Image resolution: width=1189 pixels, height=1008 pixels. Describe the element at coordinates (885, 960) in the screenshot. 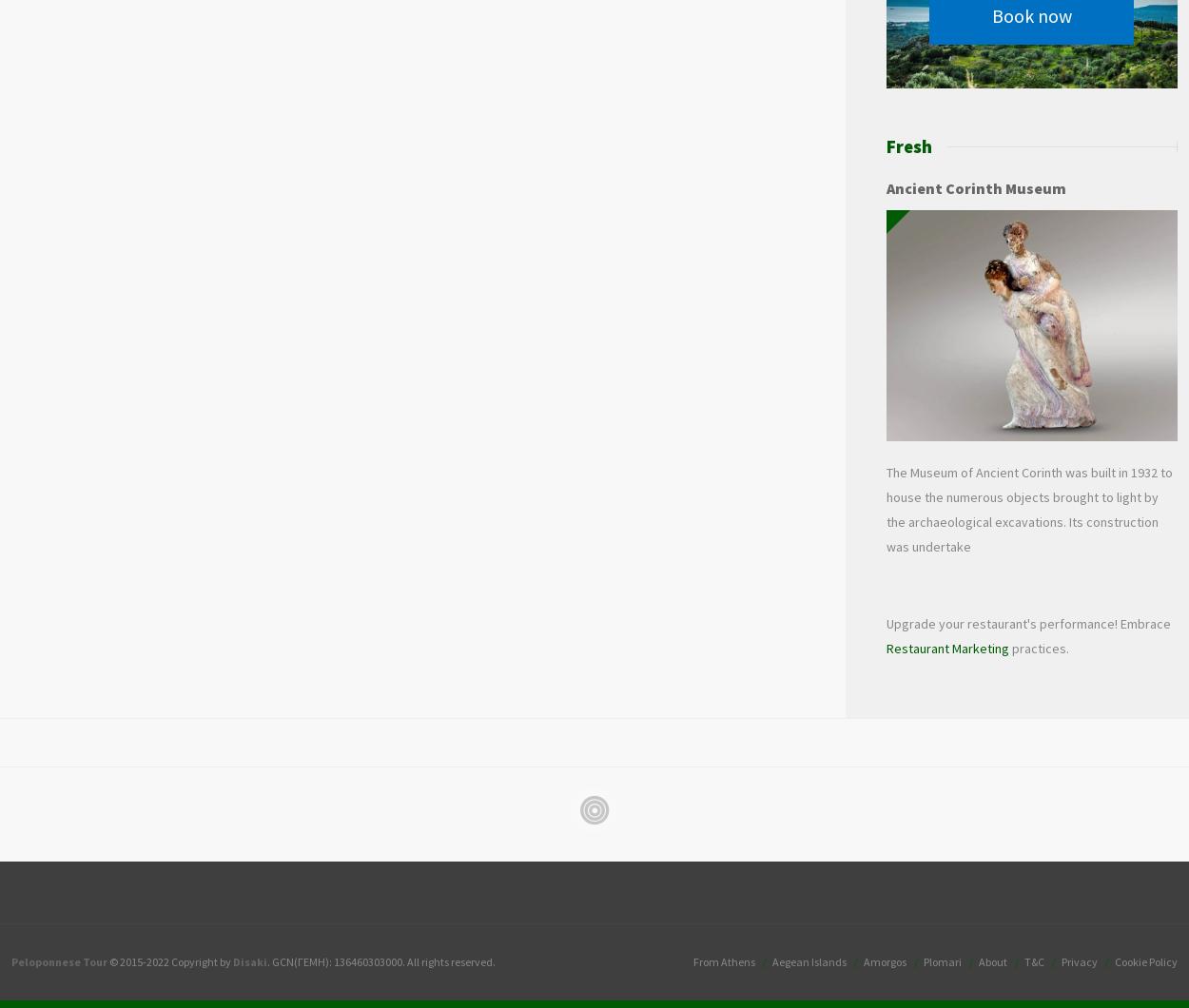

I see `'Amorgos'` at that location.